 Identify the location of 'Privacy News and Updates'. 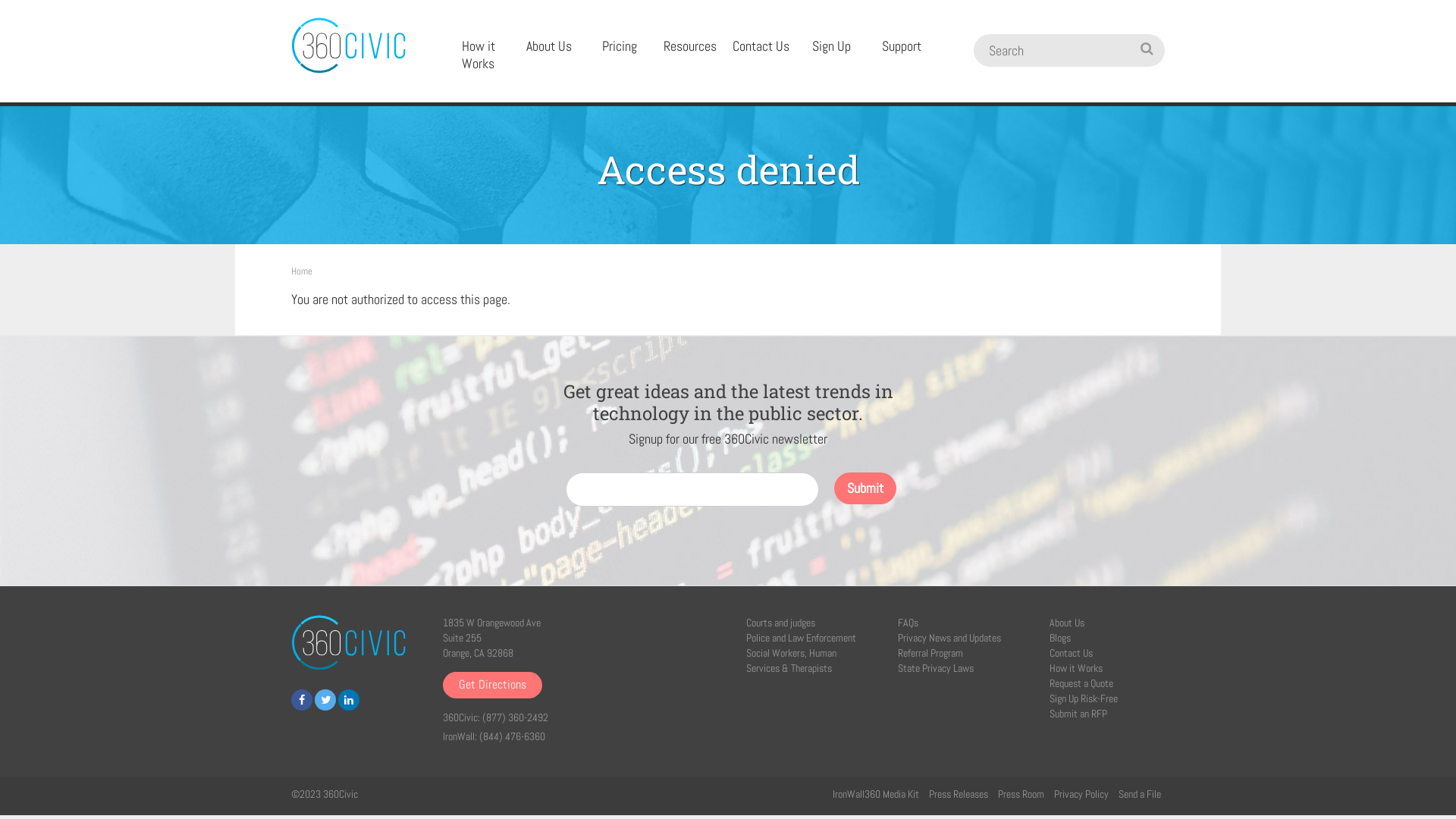
(949, 637).